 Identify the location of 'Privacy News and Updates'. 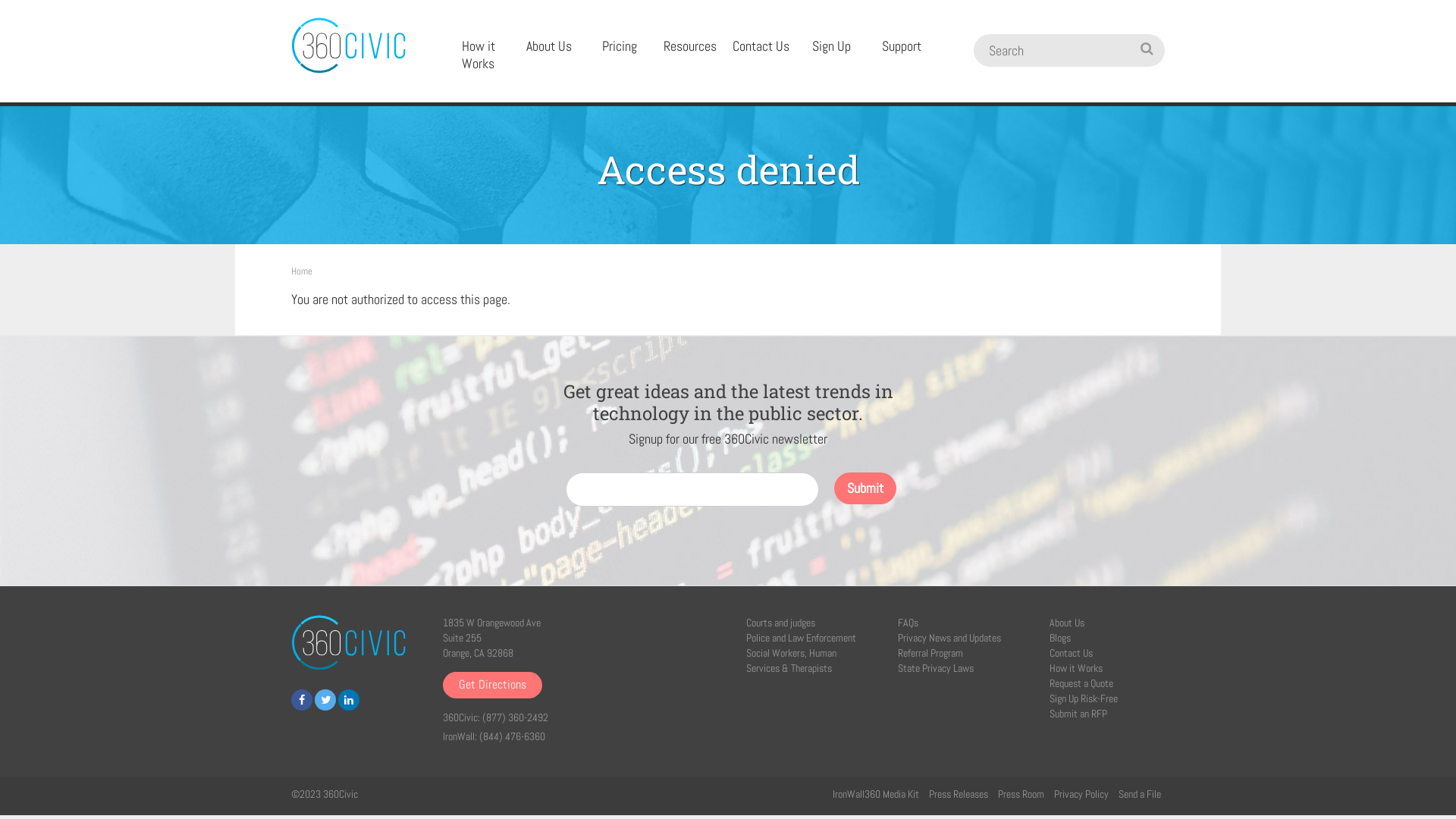
(949, 637).